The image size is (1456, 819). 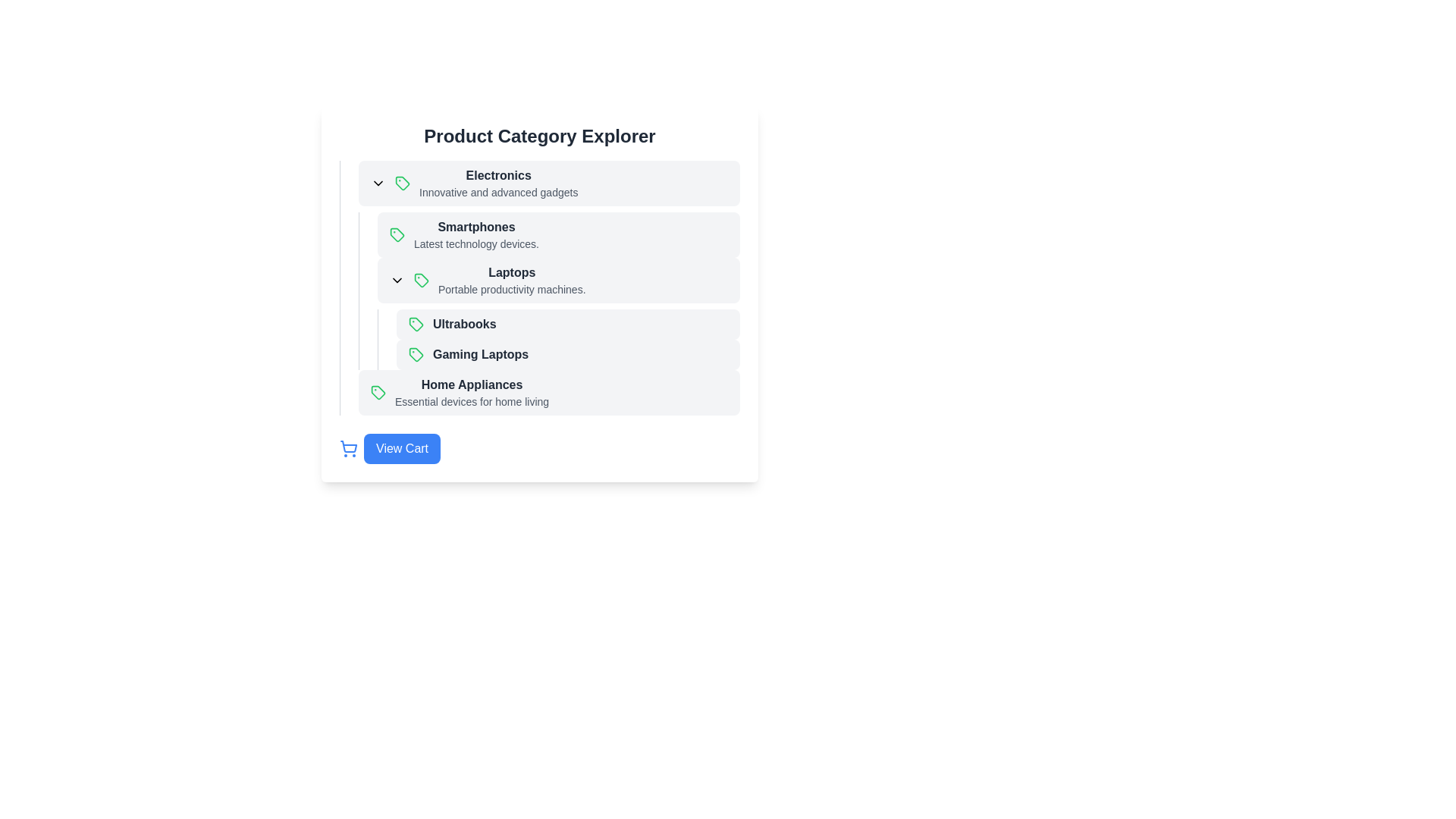 What do you see at coordinates (416, 354) in the screenshot?
I see `the Decorative icon that visually labels the 'Gaming Laptops' entry, which is the first icon in the highlighted row and aligns horizontally with the text` at bounding box center [416, 354].